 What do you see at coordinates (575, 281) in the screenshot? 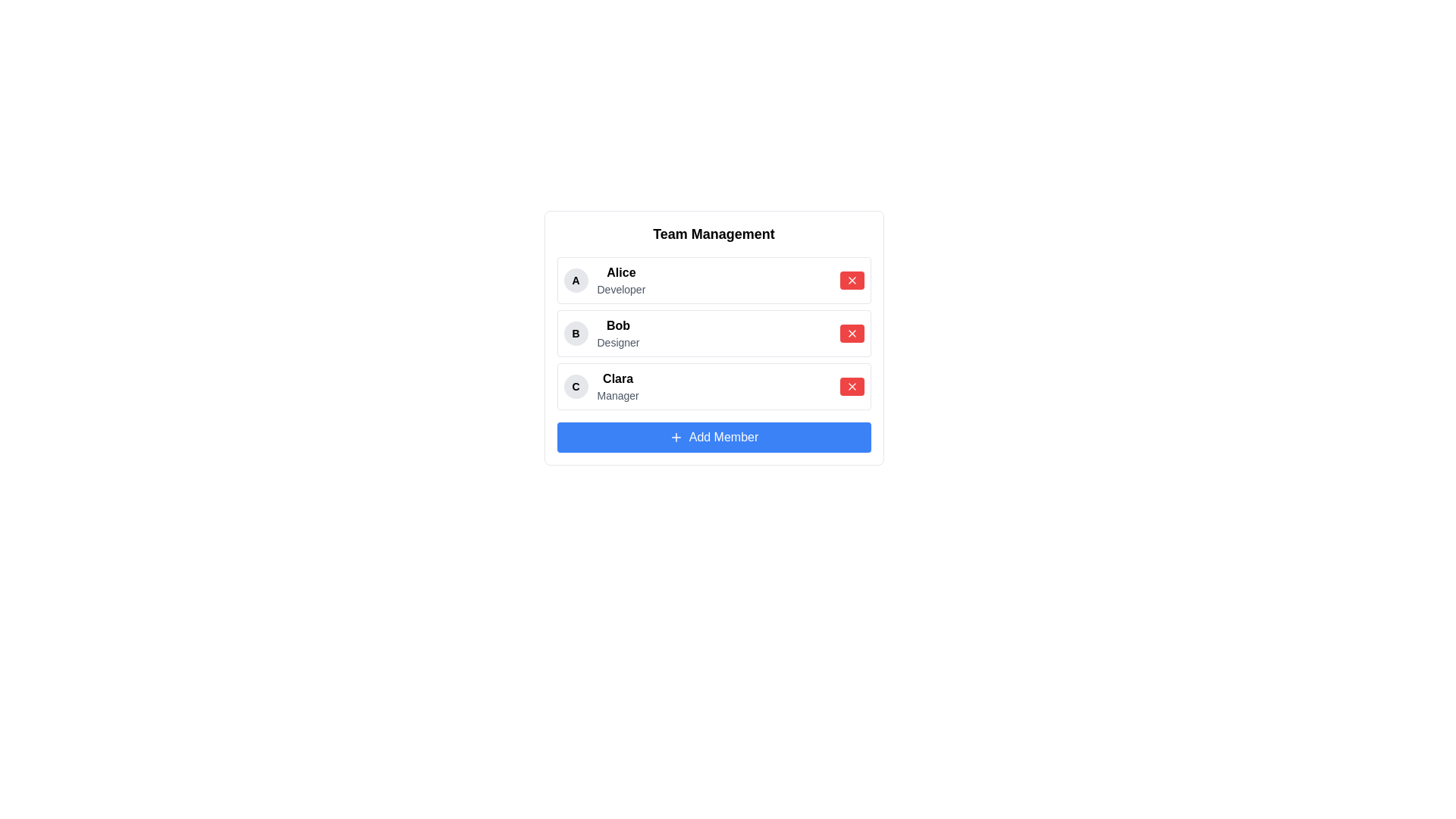
I see `the circular badge Avatar with a light gray background and centered uppercase 'A' in bold black text, located in the 'Team Management' section` at bounding box center [575, 281].